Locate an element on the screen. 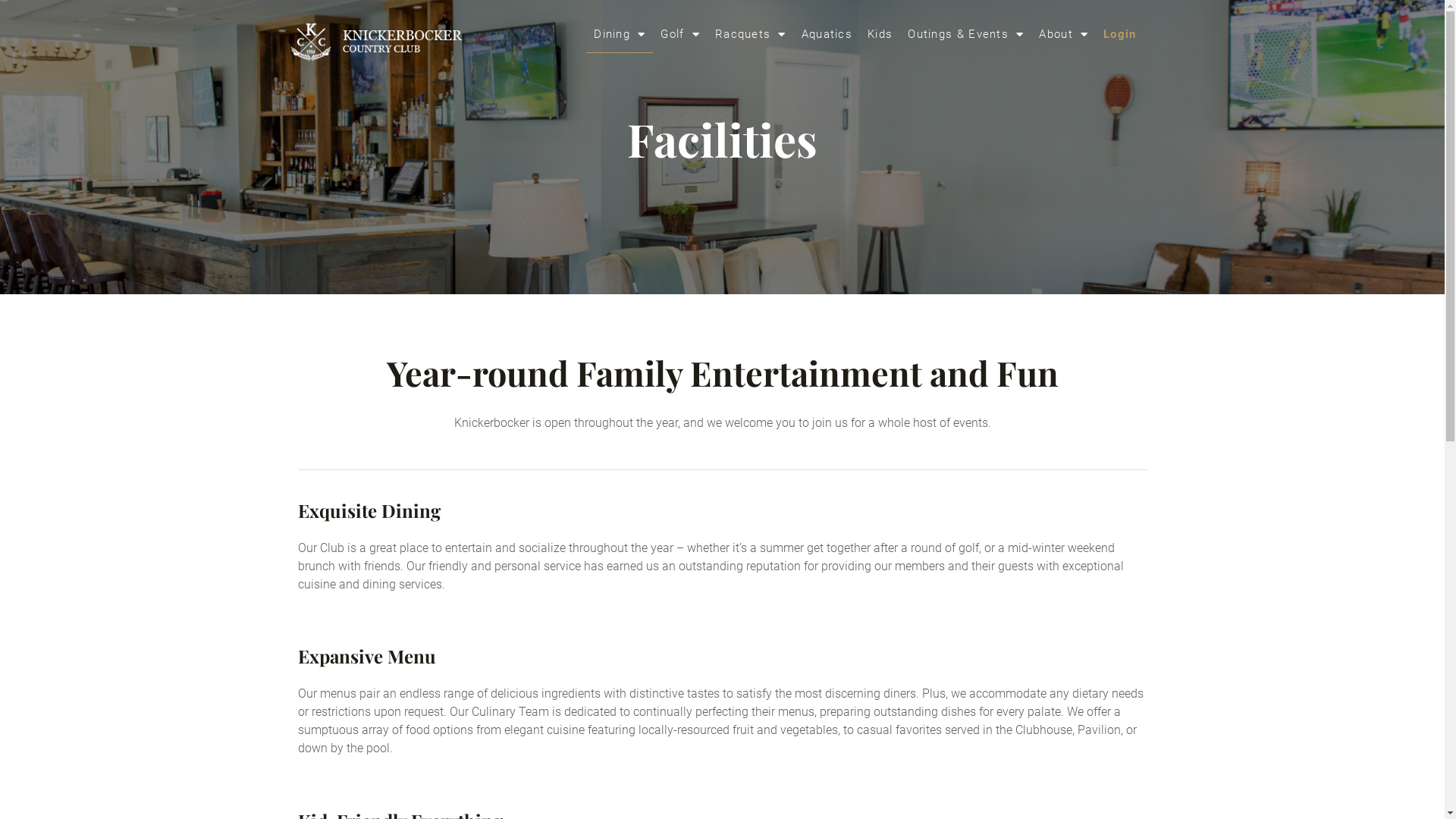 The height and width of the screenshot is (819, 1456). 'Outings & Events' is located at coordinates (899, 34).